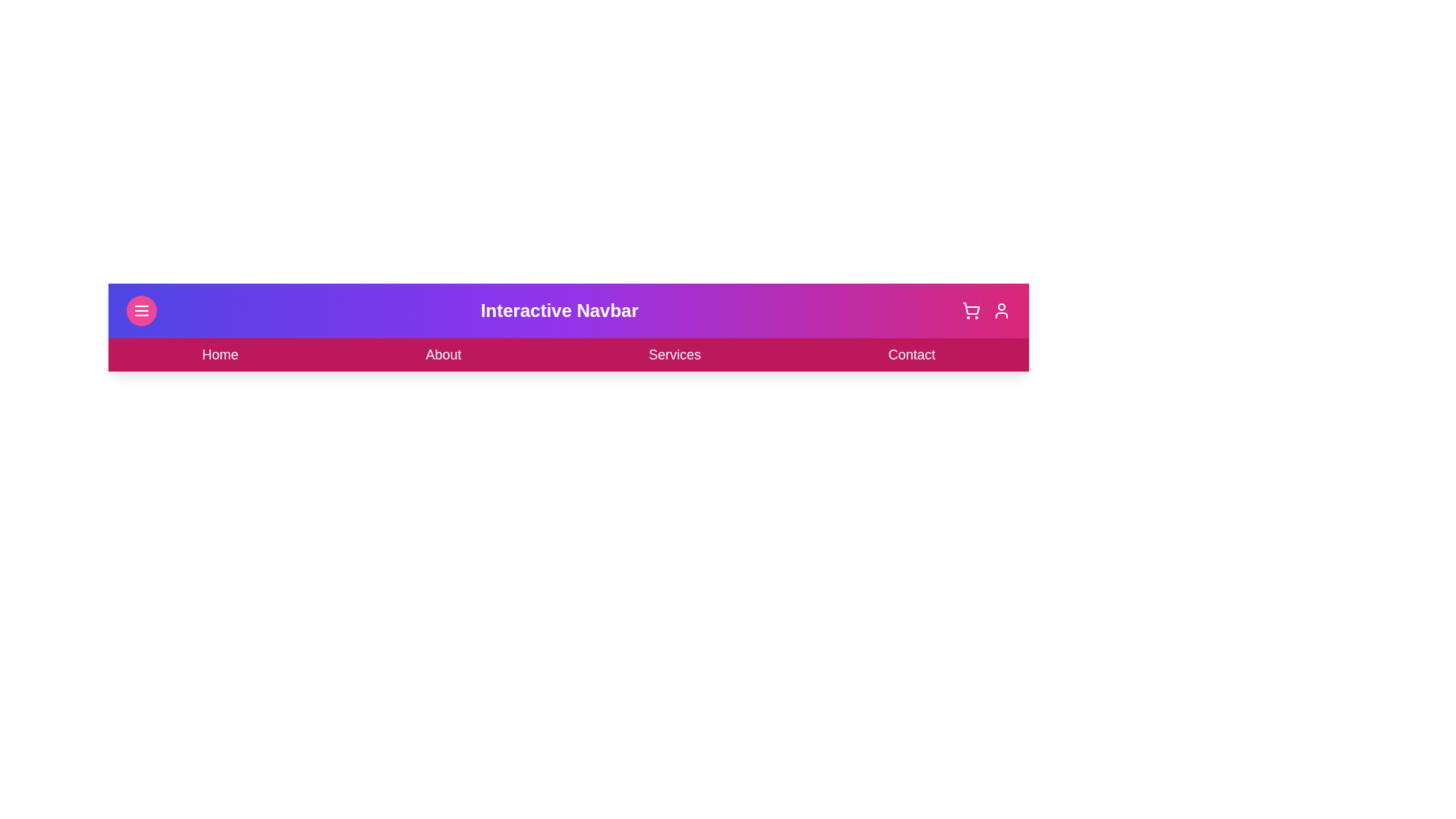 Image resolution: width=1456 pixels, height=819 pixels. What do you see at coordinates (673, 354) in the screenshot?
I see `the 'Services' button in the navigation bar` at bounding box center [673, 354].